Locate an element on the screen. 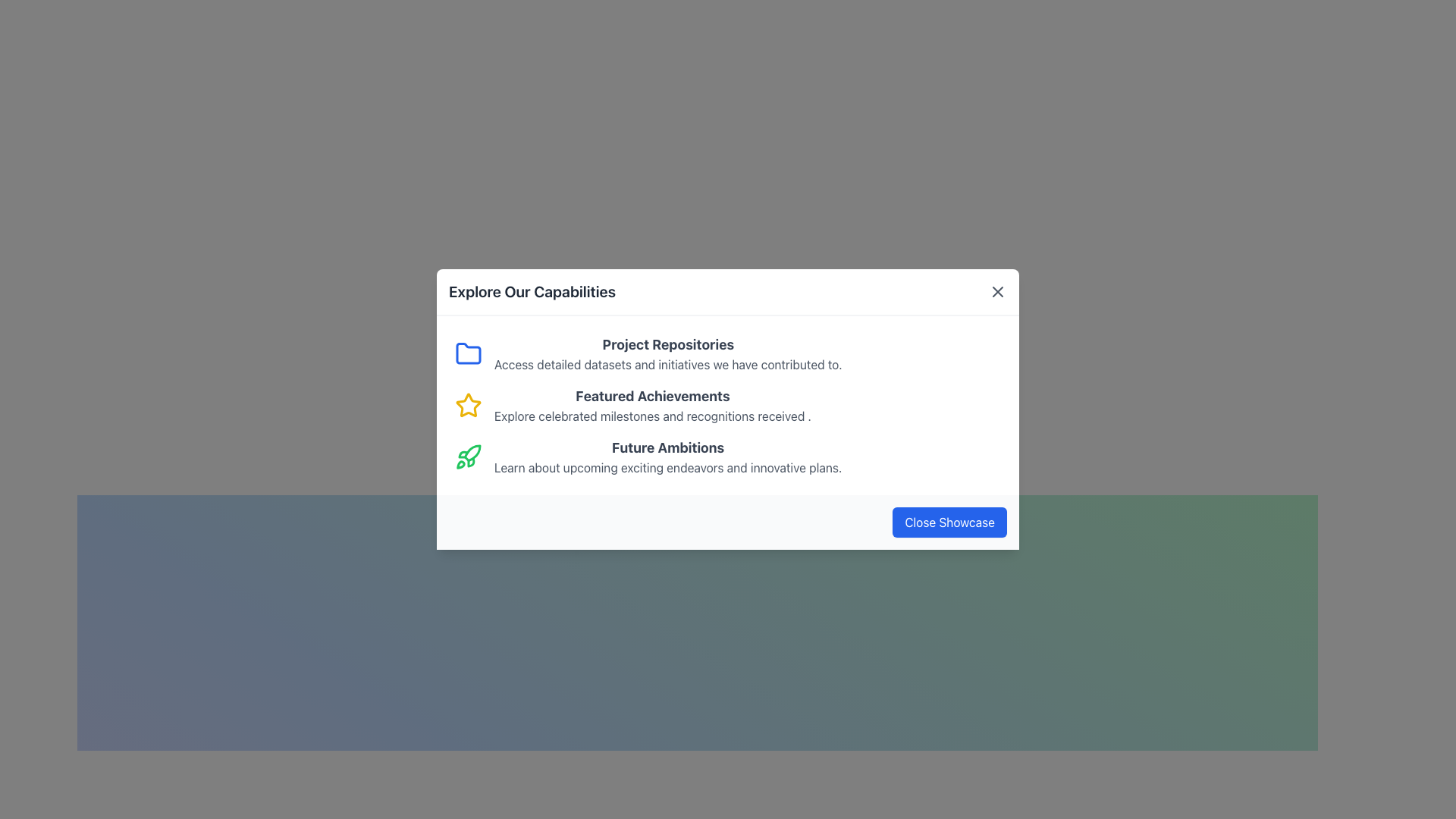  text content of the 'Featured Achievements' text block, which includes the heading and description text located under the section header 'Explore Our Capabilities' is located at coordinates (652, 405).